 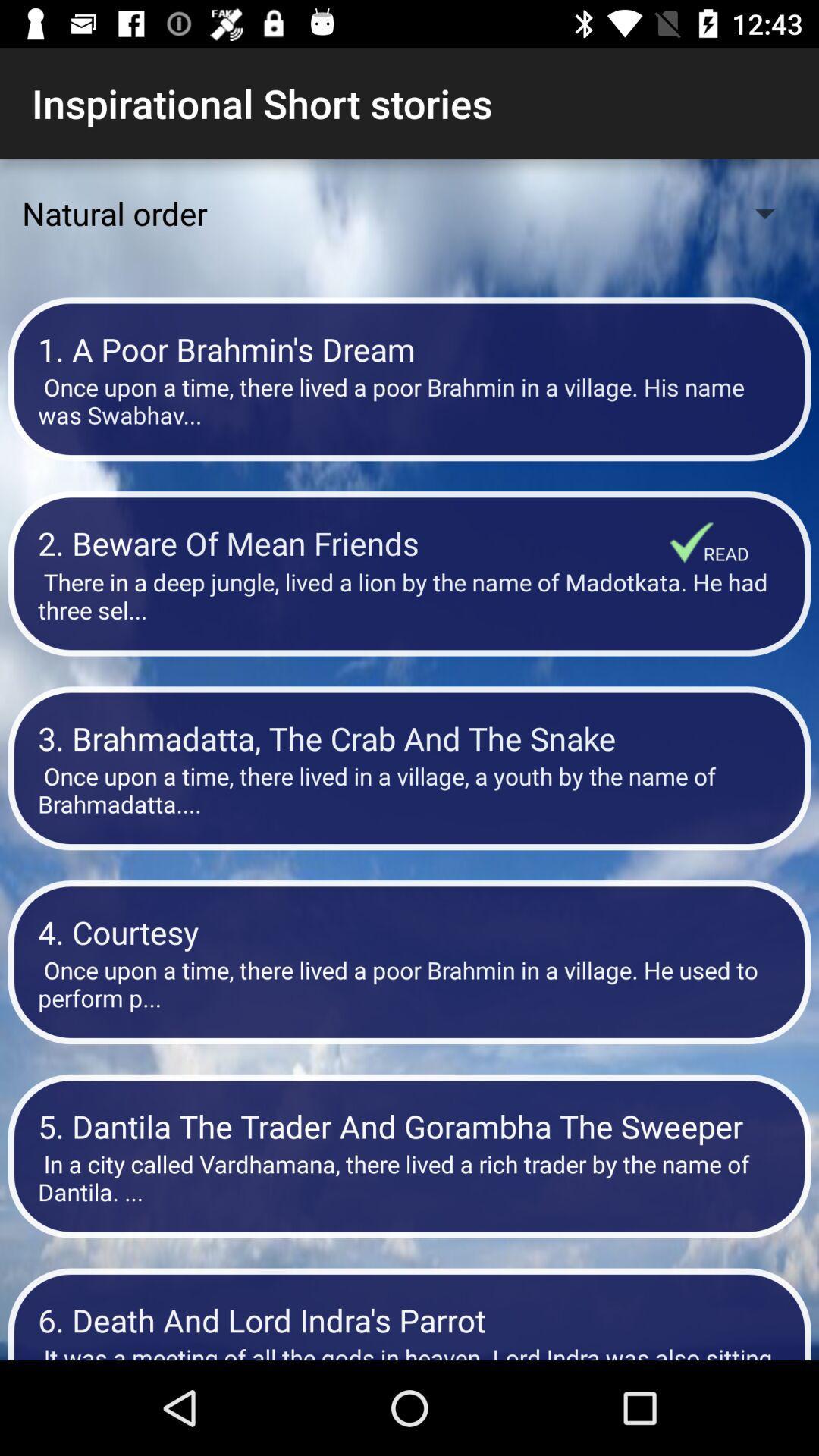 What do you see at coordinates (692, 542) in the screenshot?
I see `item next to the 2 beware of icon` at bounding box center [692, 542].